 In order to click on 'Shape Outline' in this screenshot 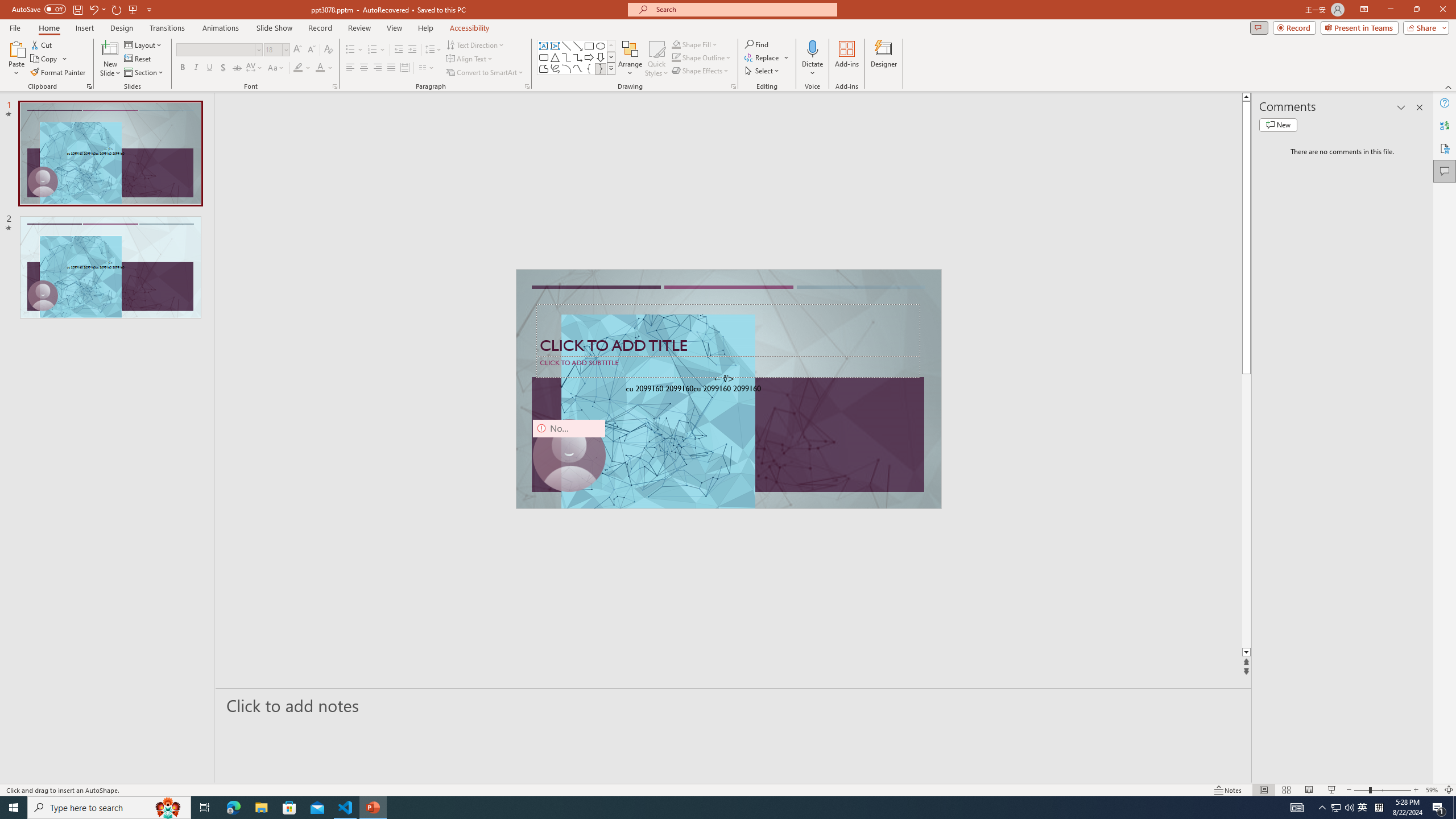, I will do `click(701, 56)`.